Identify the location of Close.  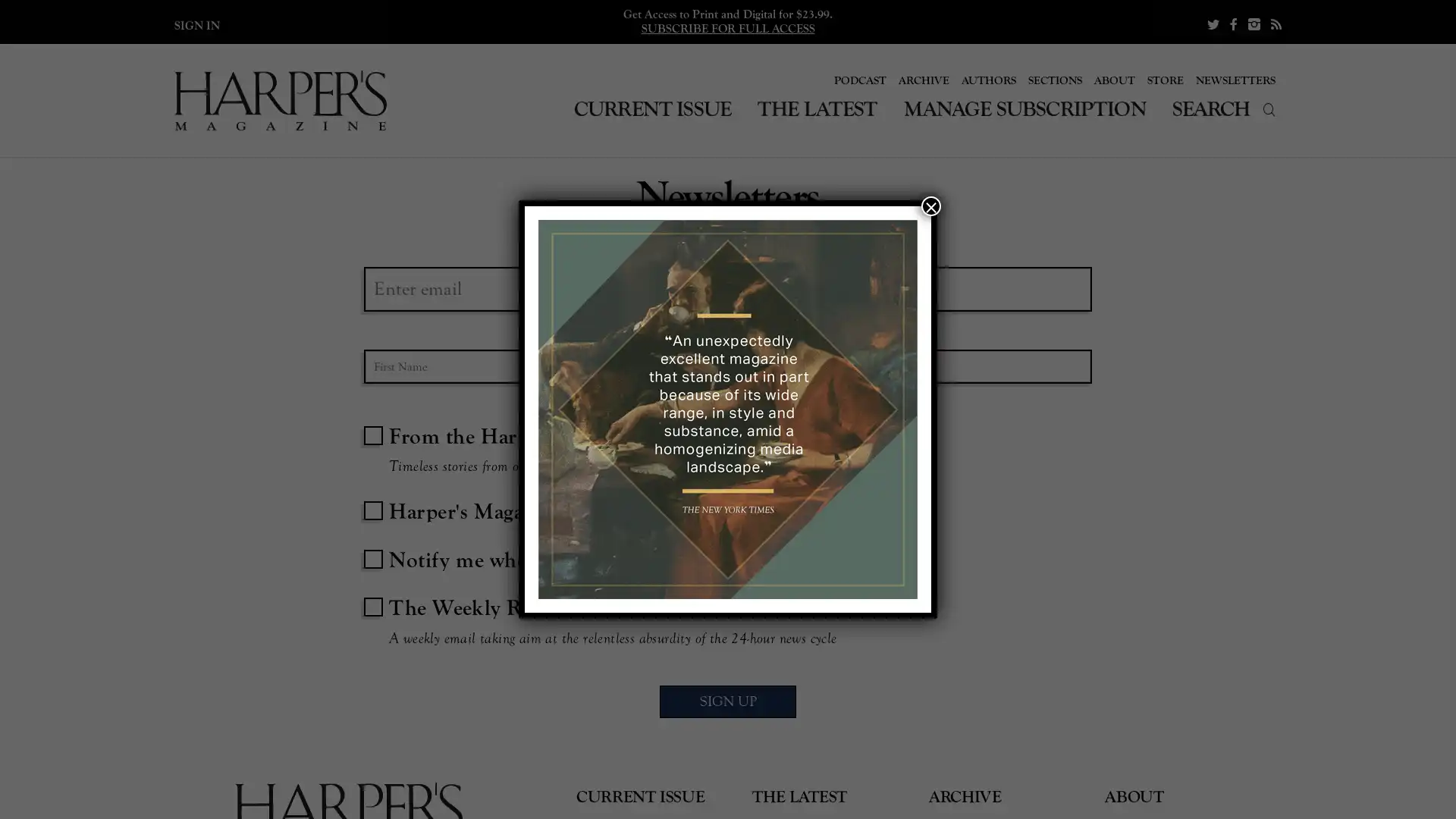
(930, 206).